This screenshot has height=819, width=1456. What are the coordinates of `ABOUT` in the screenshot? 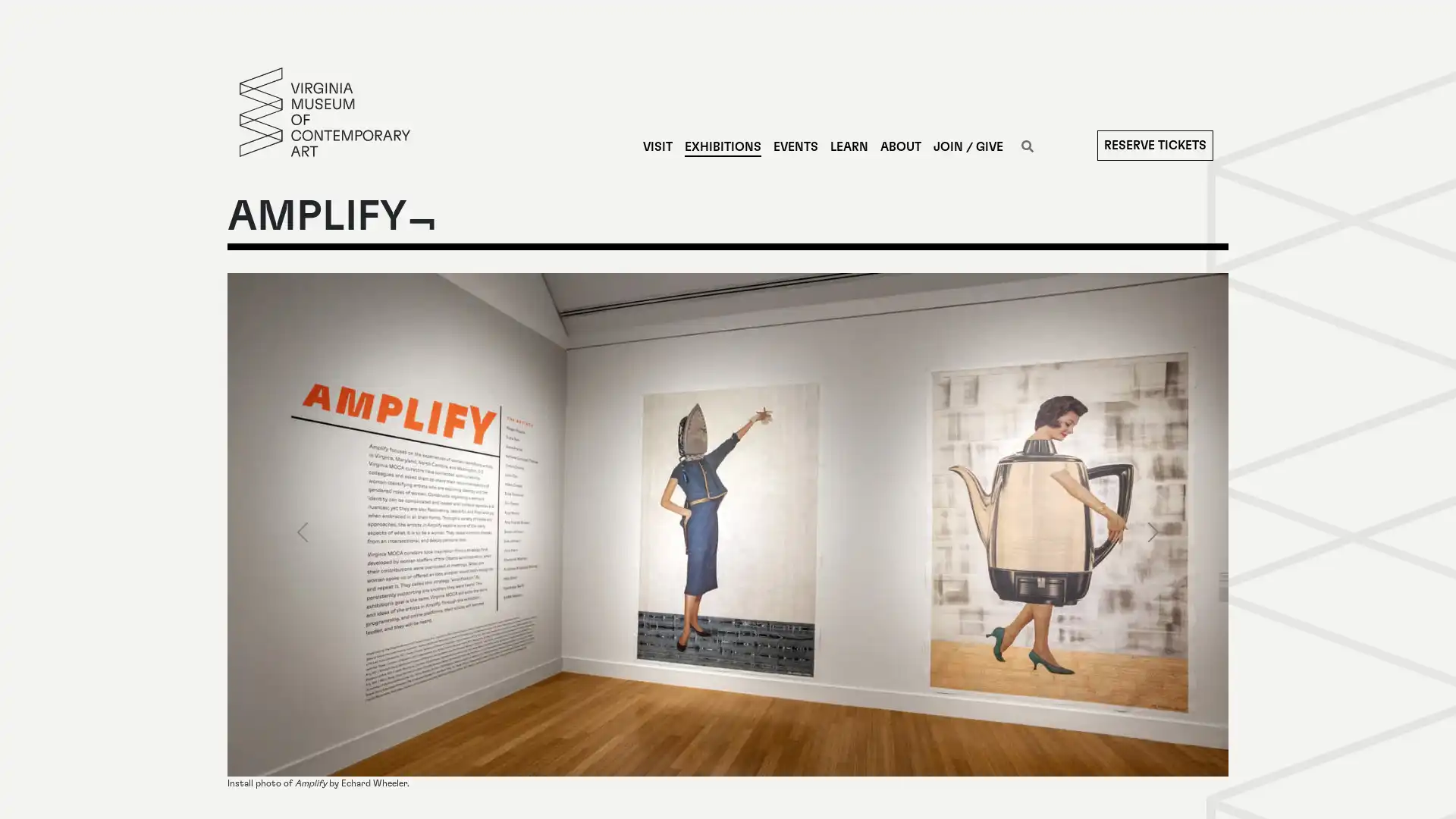 It's located at (899, 146).